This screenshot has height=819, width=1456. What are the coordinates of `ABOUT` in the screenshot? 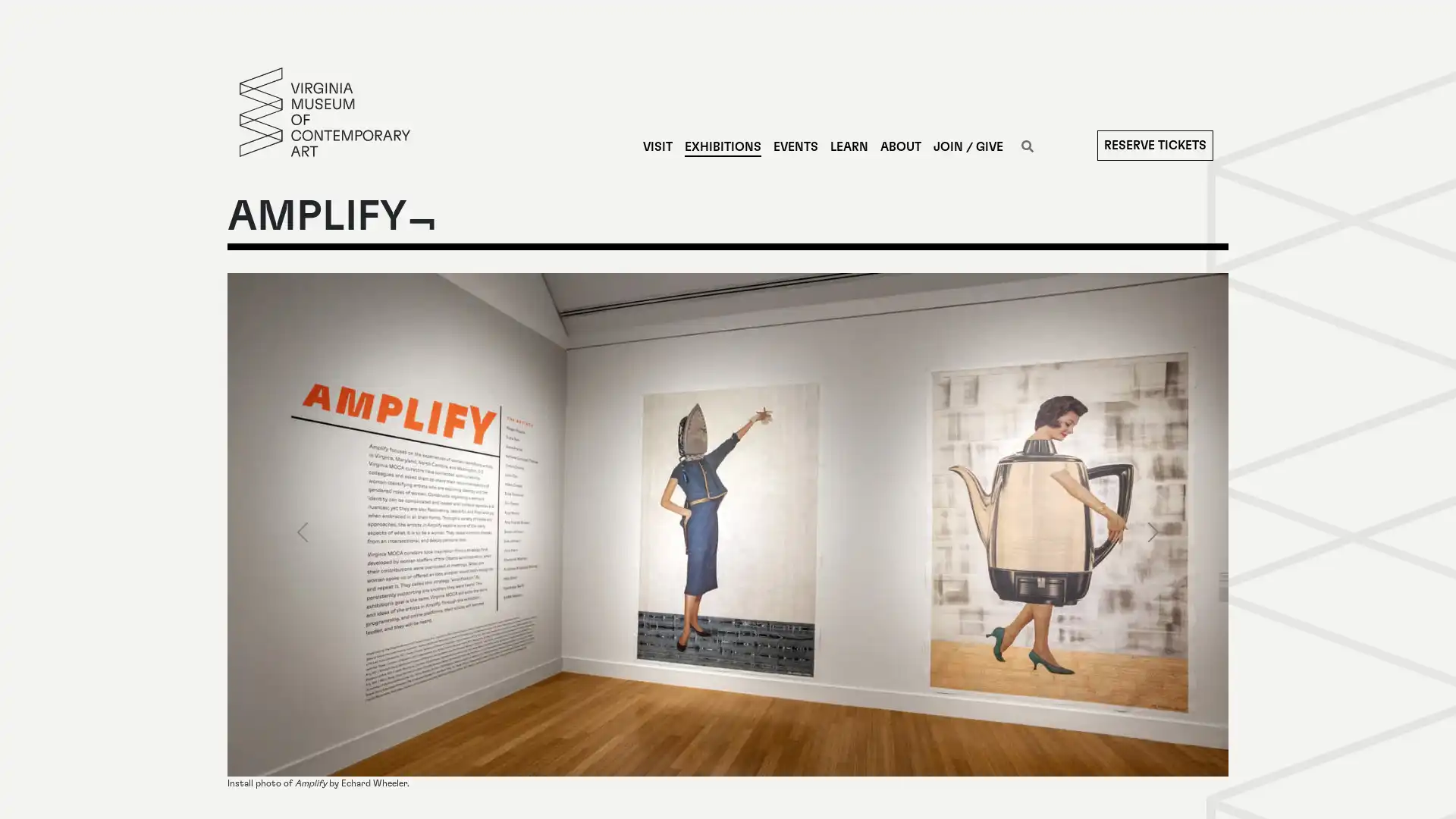 It's located at (899, 146).